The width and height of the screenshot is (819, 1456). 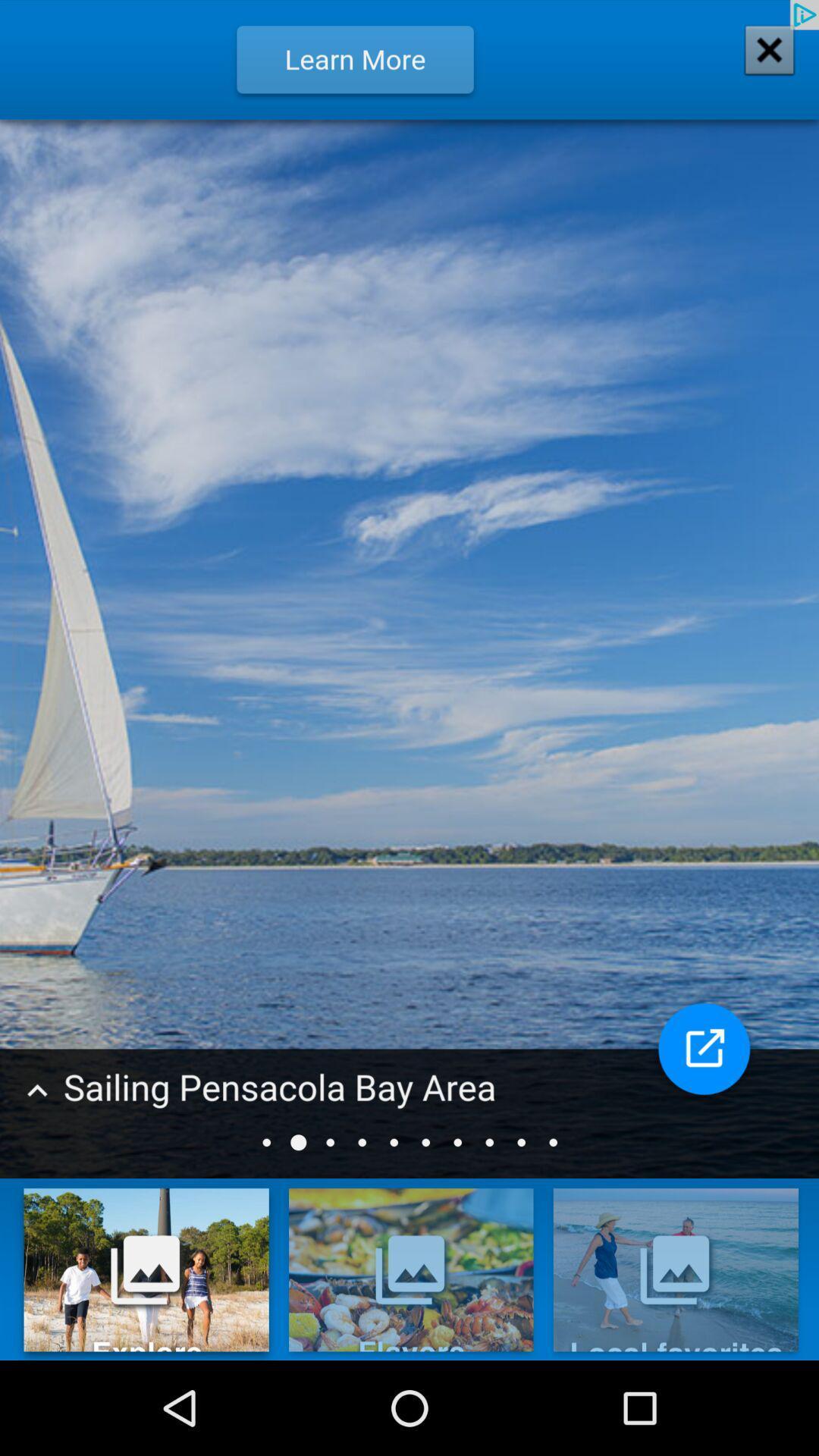 I want to click on the close icon, so click(x=759, y=63).